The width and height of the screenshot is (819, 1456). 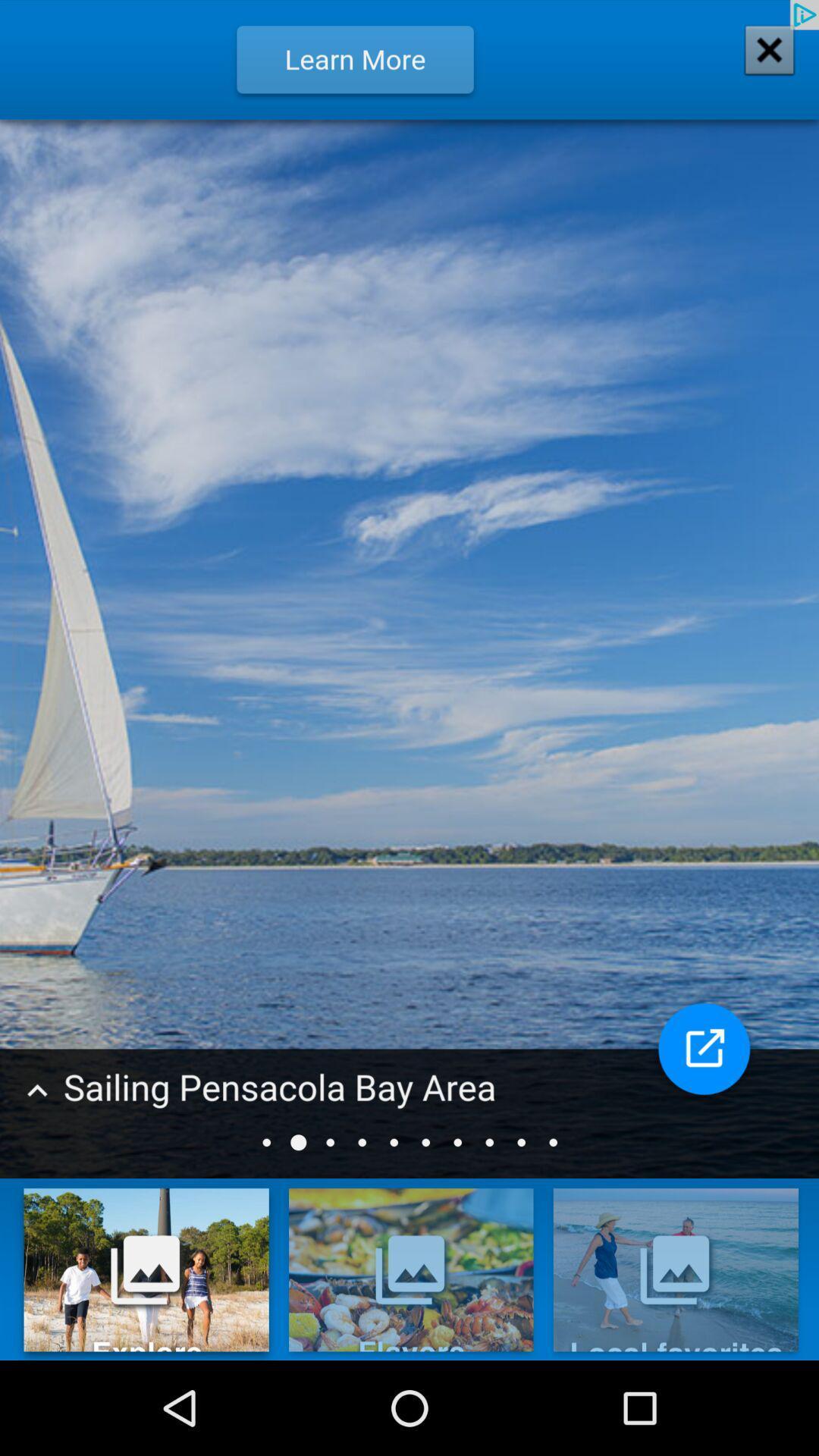 I want to click on the close icon, so click(x=759, y=63).